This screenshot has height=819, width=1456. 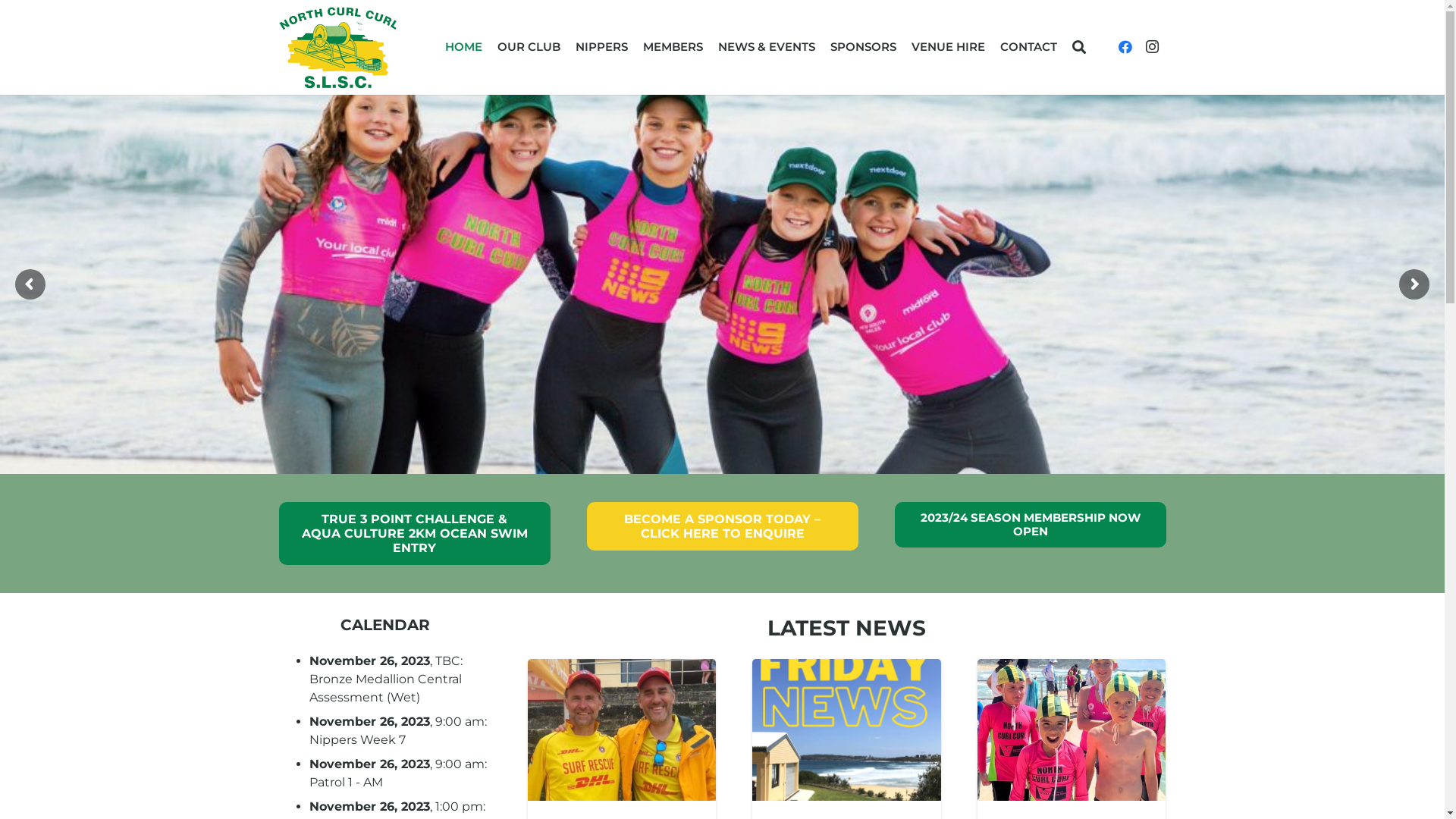 I want to click on 'NIPPERS', so click(x=566, y=45).